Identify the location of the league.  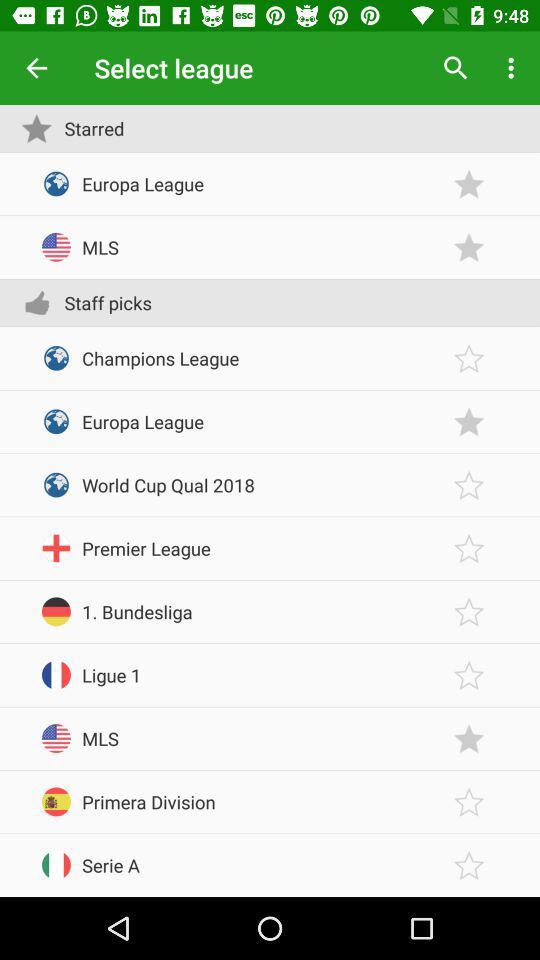
(469, 246).